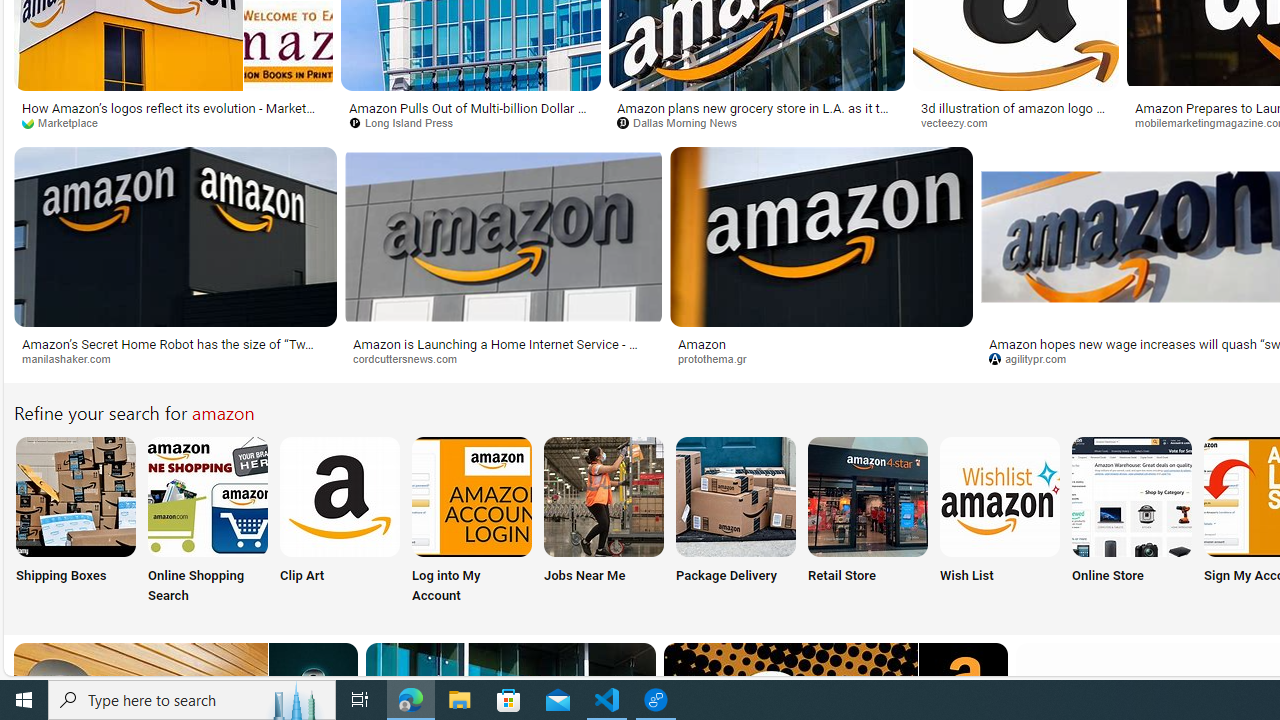 The image size is (1280, 720). I want to click on '3d illustration of amazon logo 18779928 PNG', so click(1015, 114).